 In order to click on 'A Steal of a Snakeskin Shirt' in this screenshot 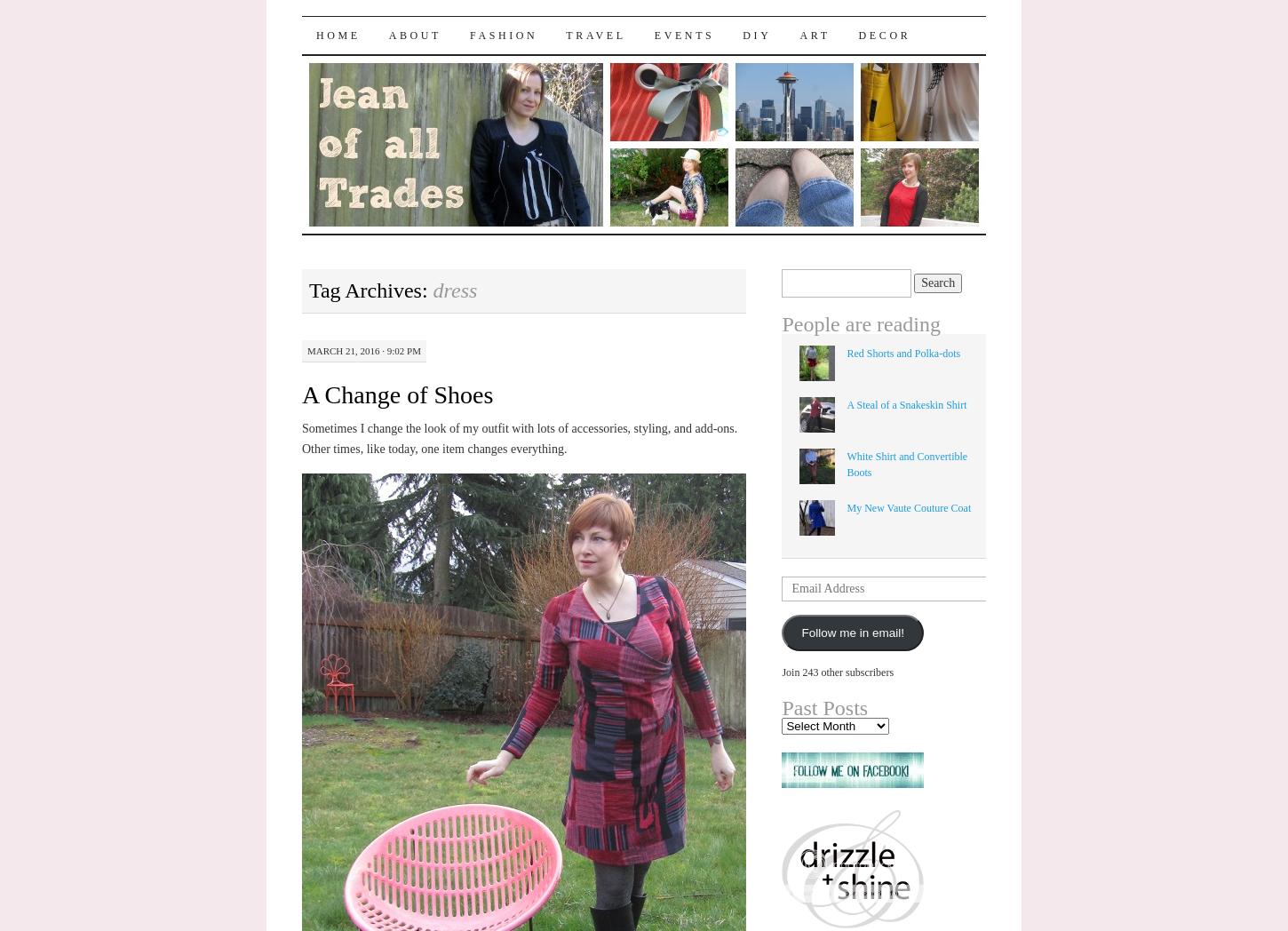, I will do `click(906, 403)`.